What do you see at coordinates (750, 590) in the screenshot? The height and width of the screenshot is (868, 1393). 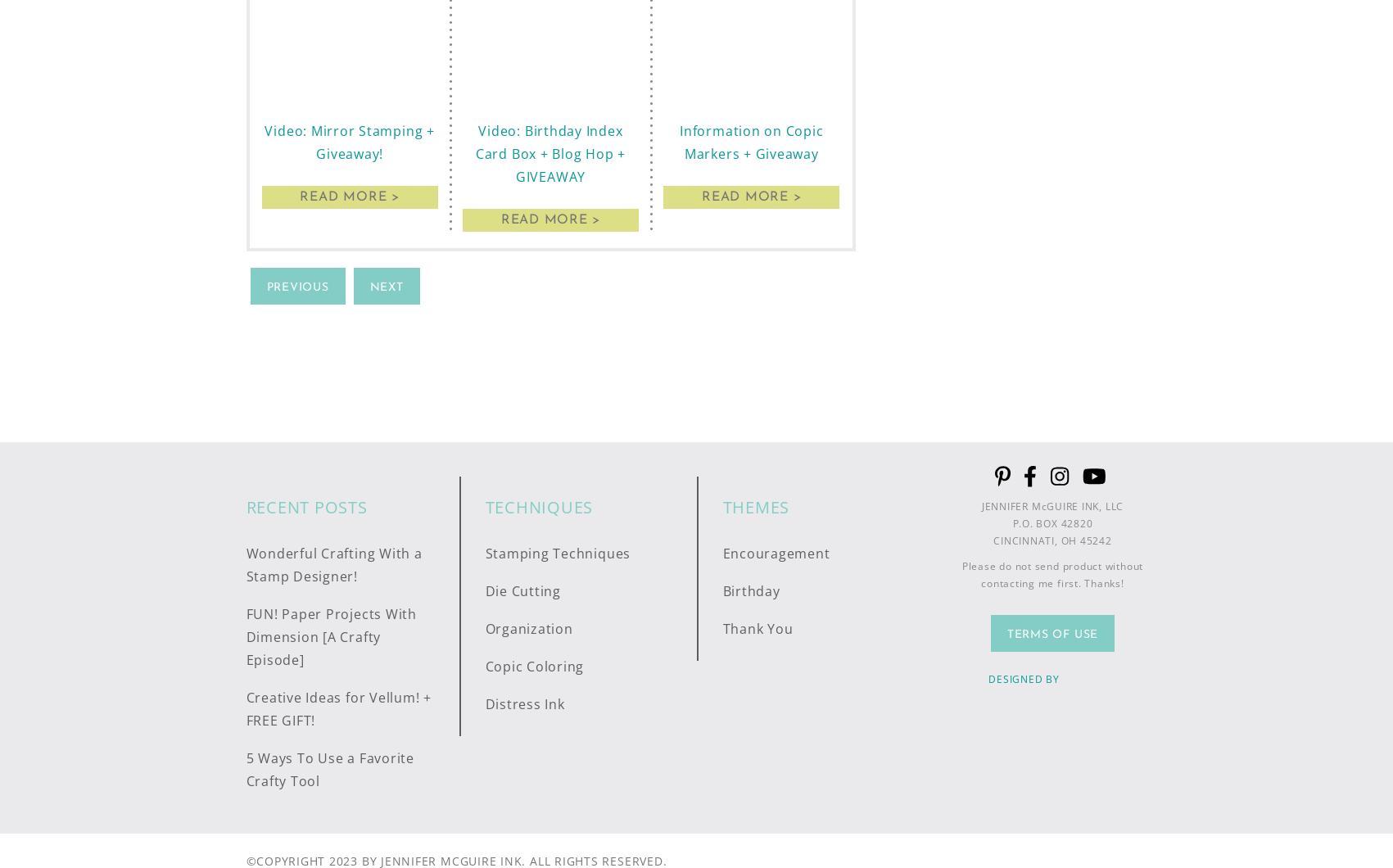 I see `'Birthday'` at bounding box center [750, 590].